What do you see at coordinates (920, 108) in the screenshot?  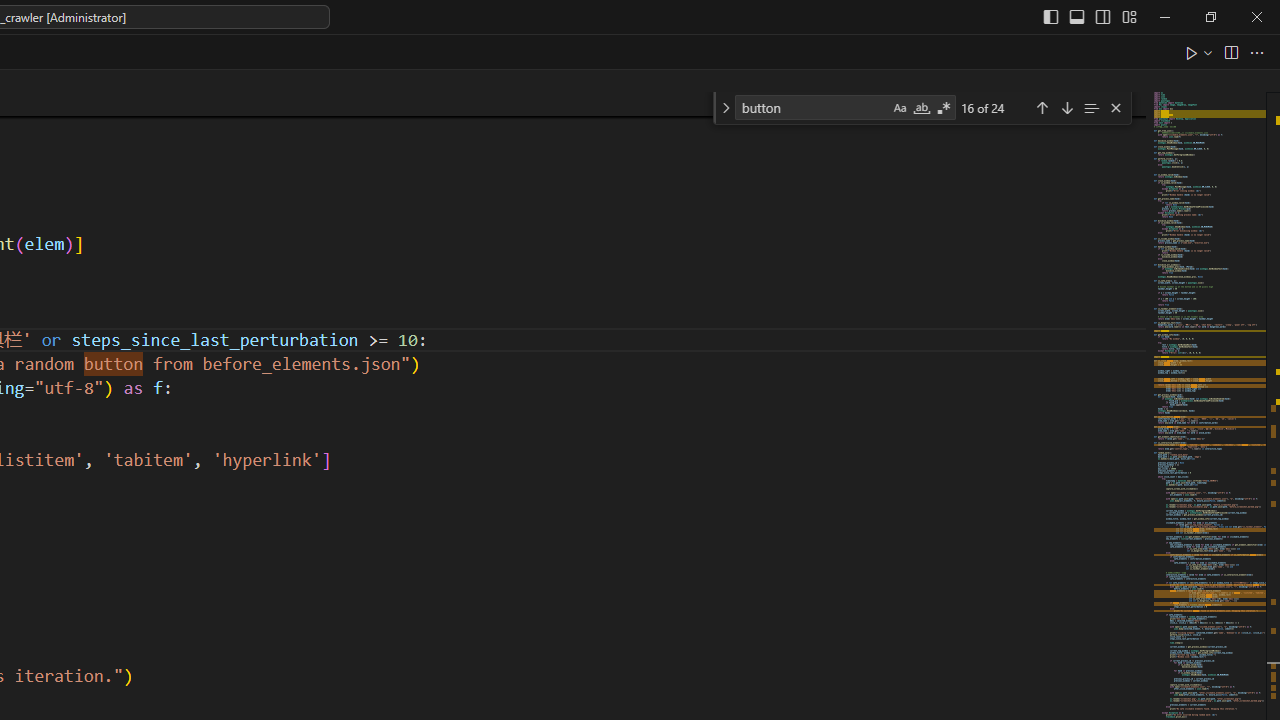 I see `'Match Whole Word (Alt+W)'` at bounding box center [920, 108].